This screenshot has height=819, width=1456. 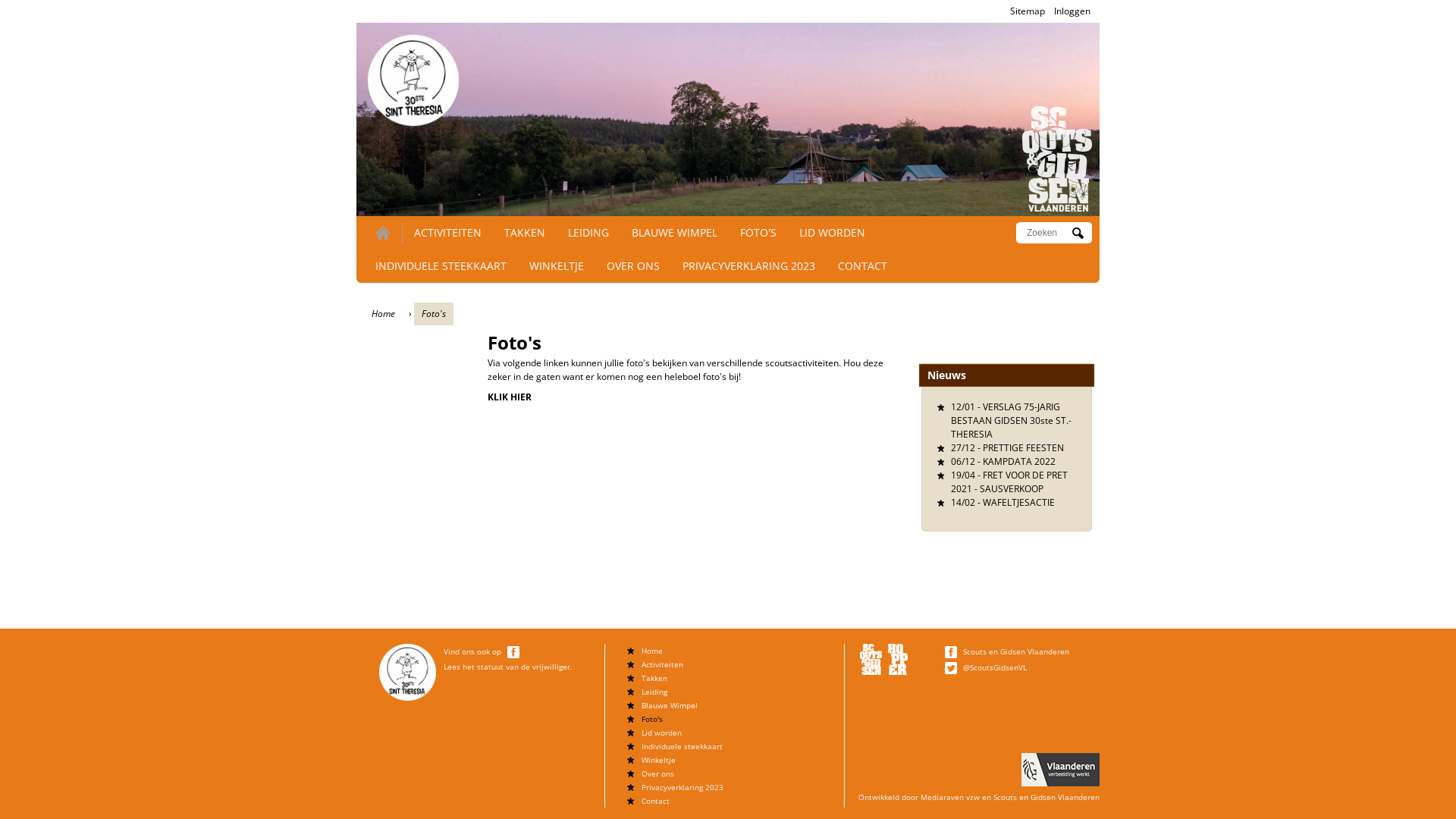 I want to click on 'Scouts & Gidsen Vlaanderen', so click(x=871, y=658).